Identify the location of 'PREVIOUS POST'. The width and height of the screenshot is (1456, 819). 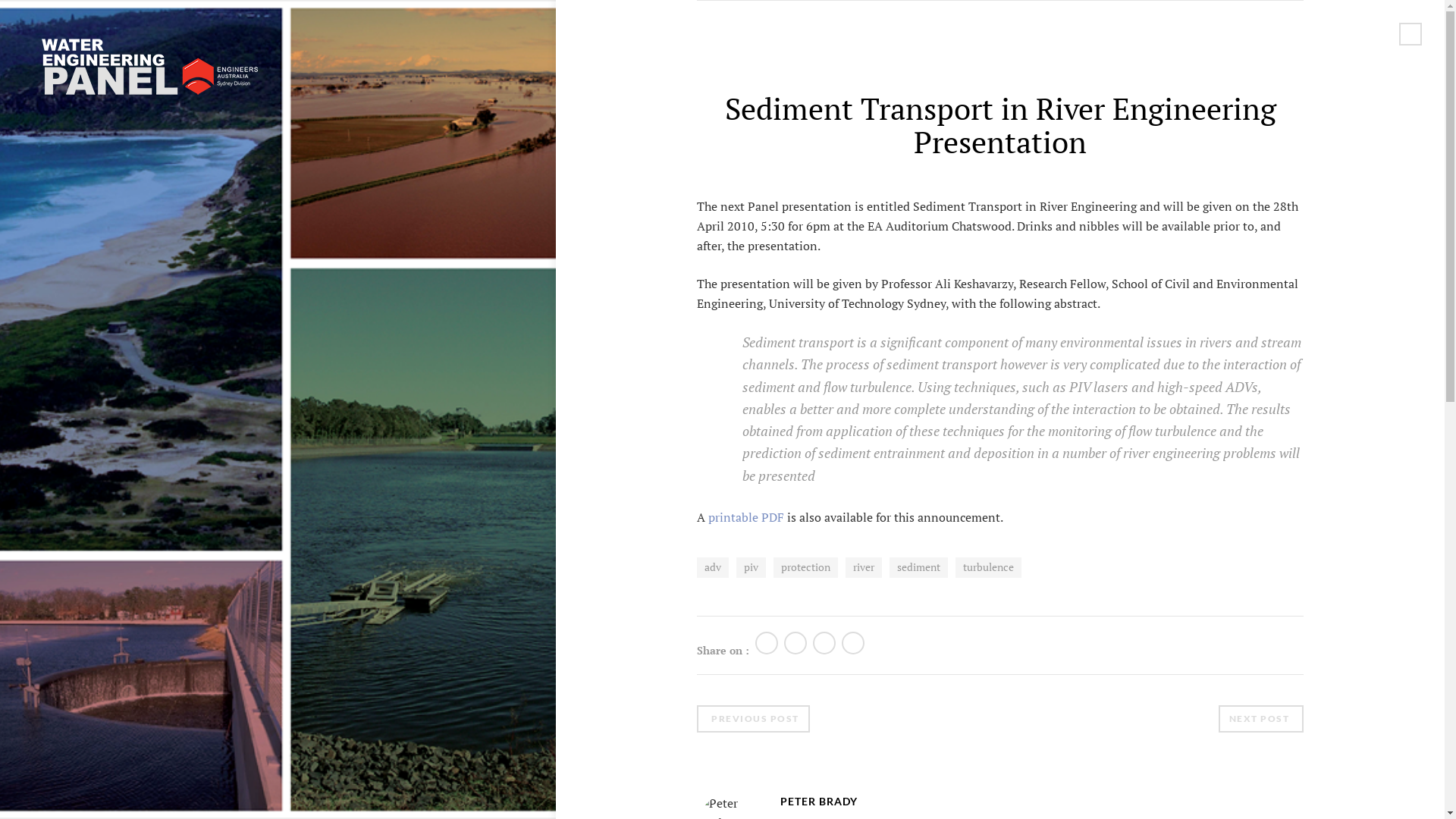
(753, 718).